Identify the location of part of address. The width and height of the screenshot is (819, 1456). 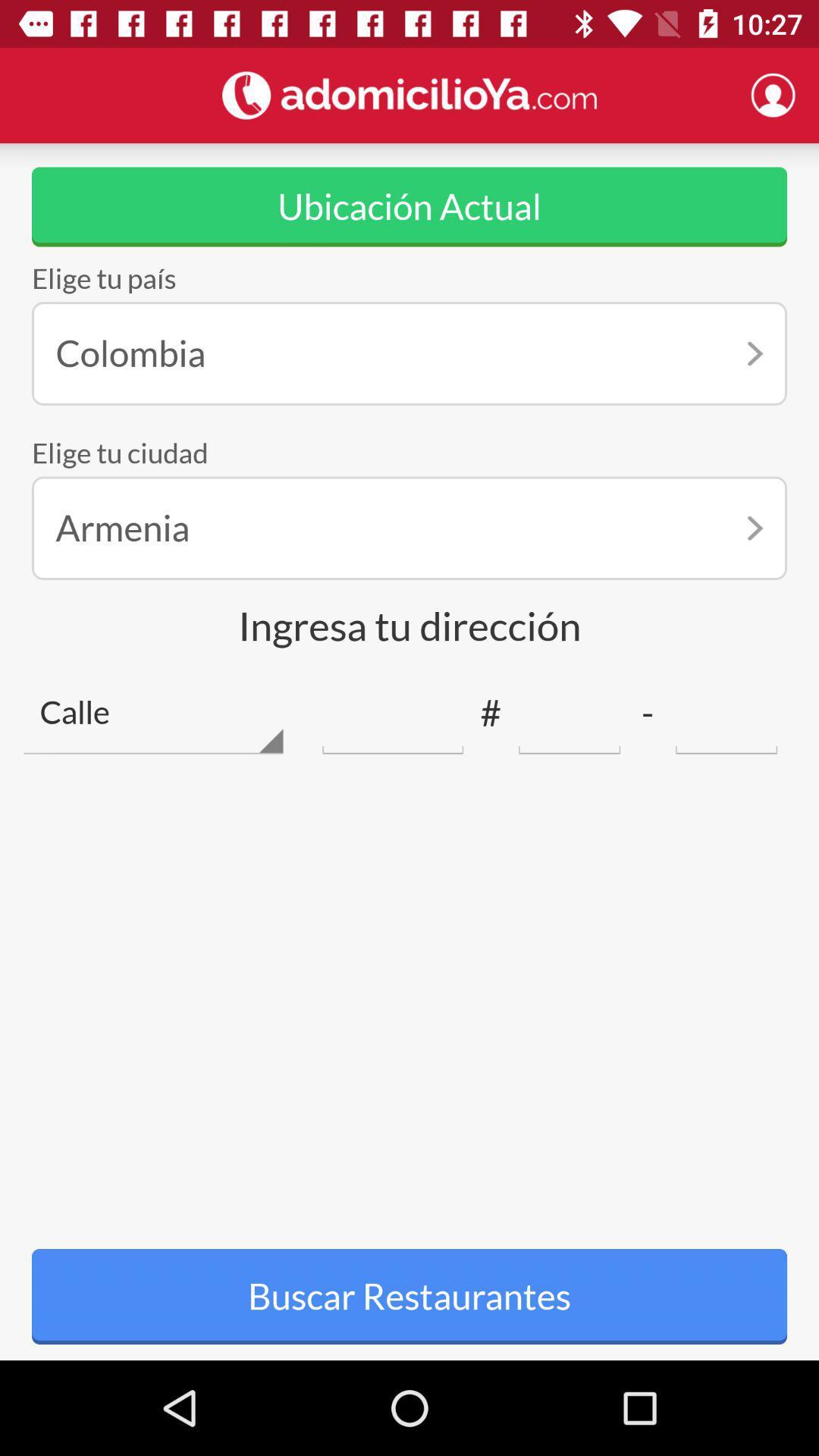
(570, 712).